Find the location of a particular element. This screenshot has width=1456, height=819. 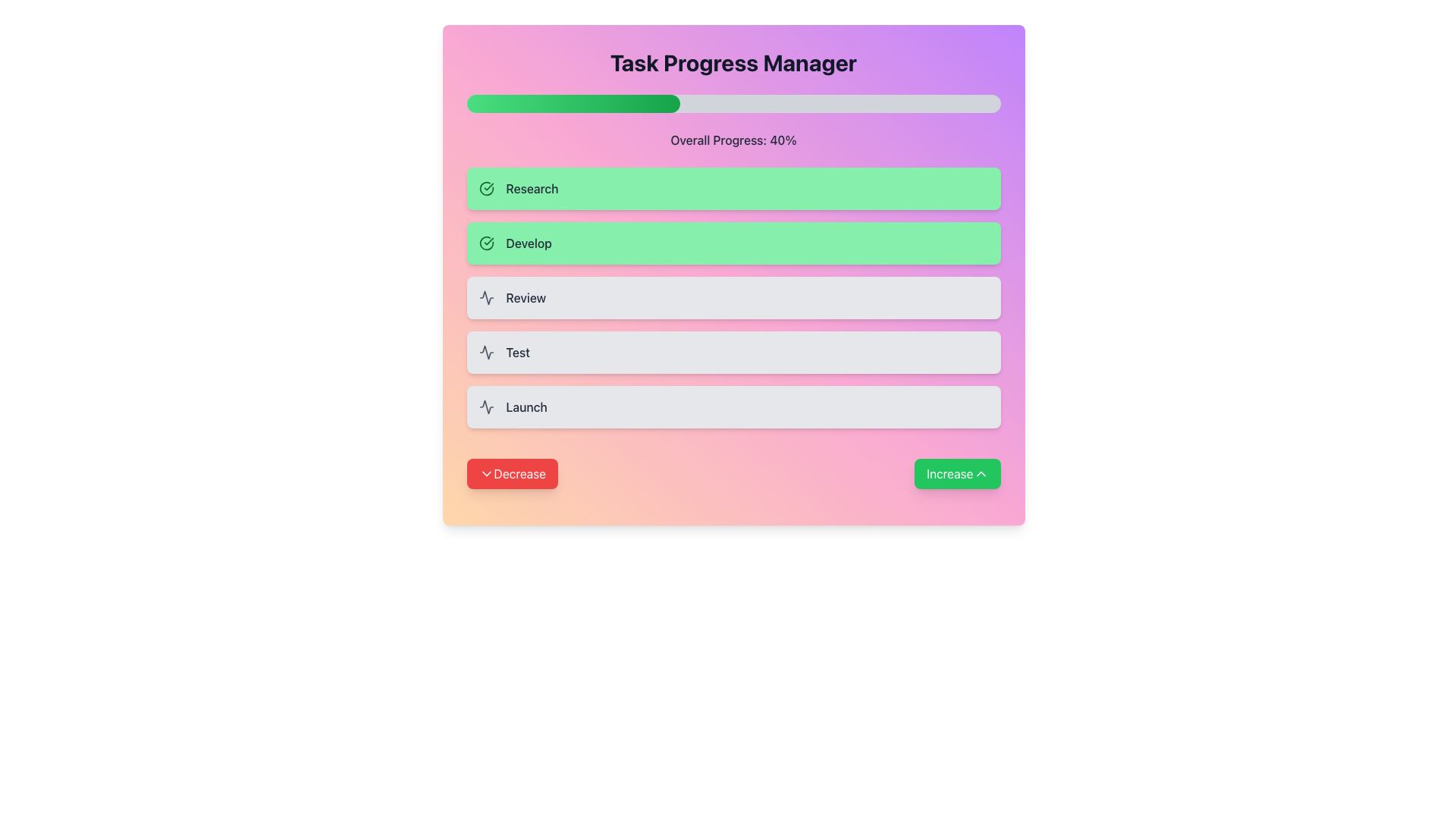

the leftmost 40% of the progress bar that visually represents task completion status, located near the top of the interface is located at coordinates (573, 103).